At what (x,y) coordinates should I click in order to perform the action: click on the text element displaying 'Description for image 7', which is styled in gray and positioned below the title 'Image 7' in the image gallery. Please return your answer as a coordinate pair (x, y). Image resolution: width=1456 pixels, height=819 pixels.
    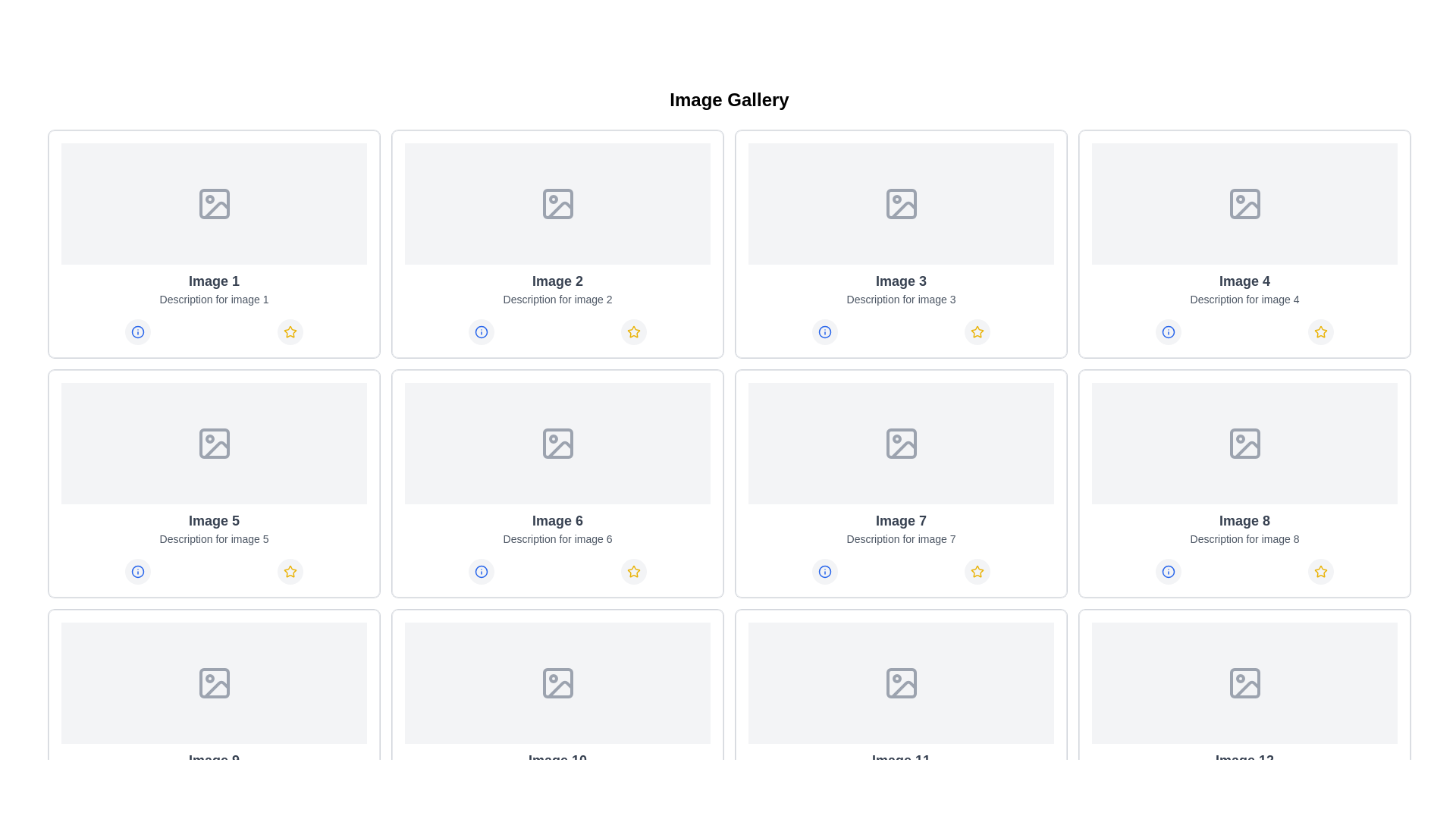
    Looking at the image, I should click on (901, 538).